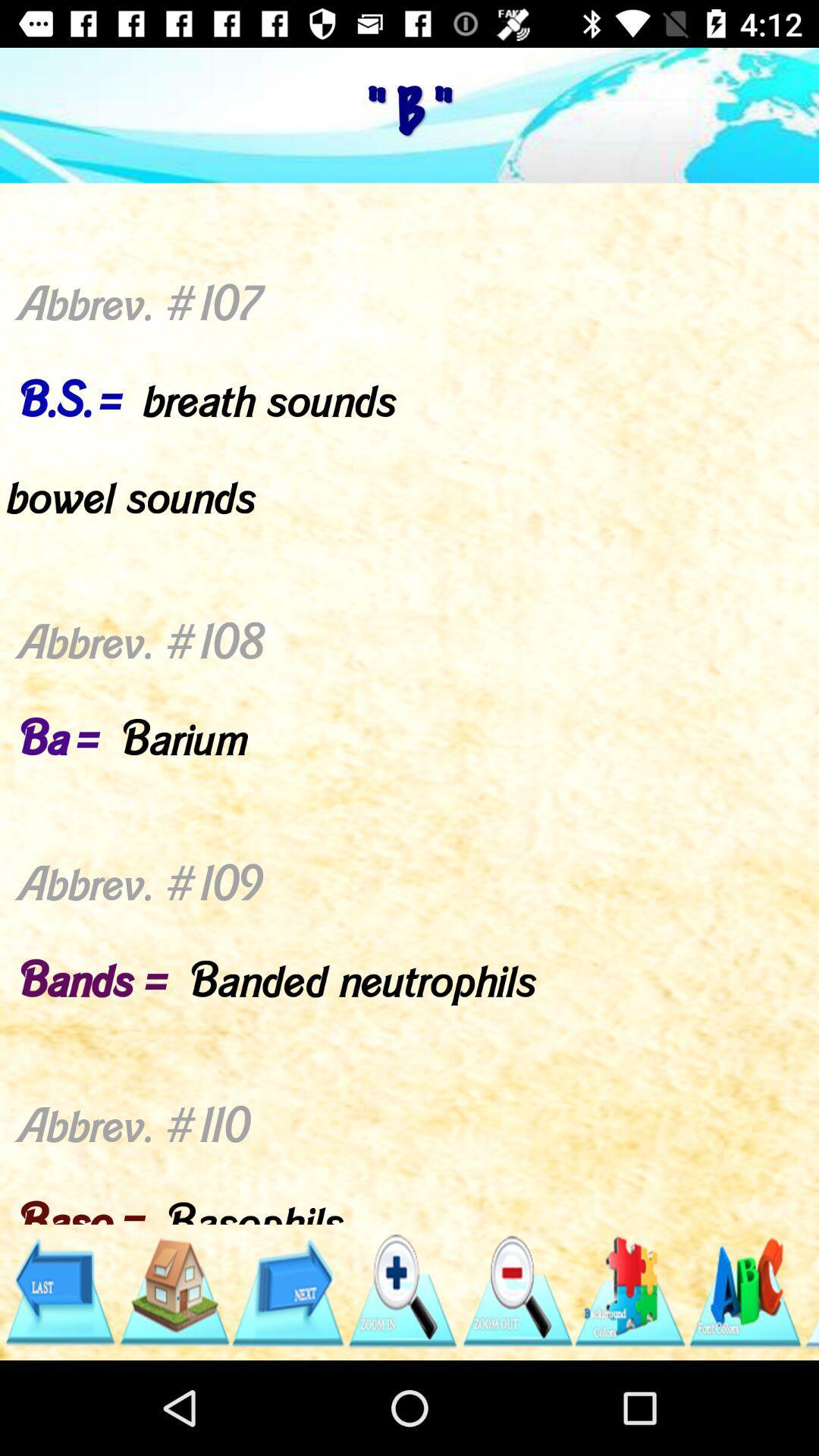 This screenshot has height=1456, width=819. Describe the element at coordinates (744, 1291) in the screenshot. I see `open the menu-item` at that location.